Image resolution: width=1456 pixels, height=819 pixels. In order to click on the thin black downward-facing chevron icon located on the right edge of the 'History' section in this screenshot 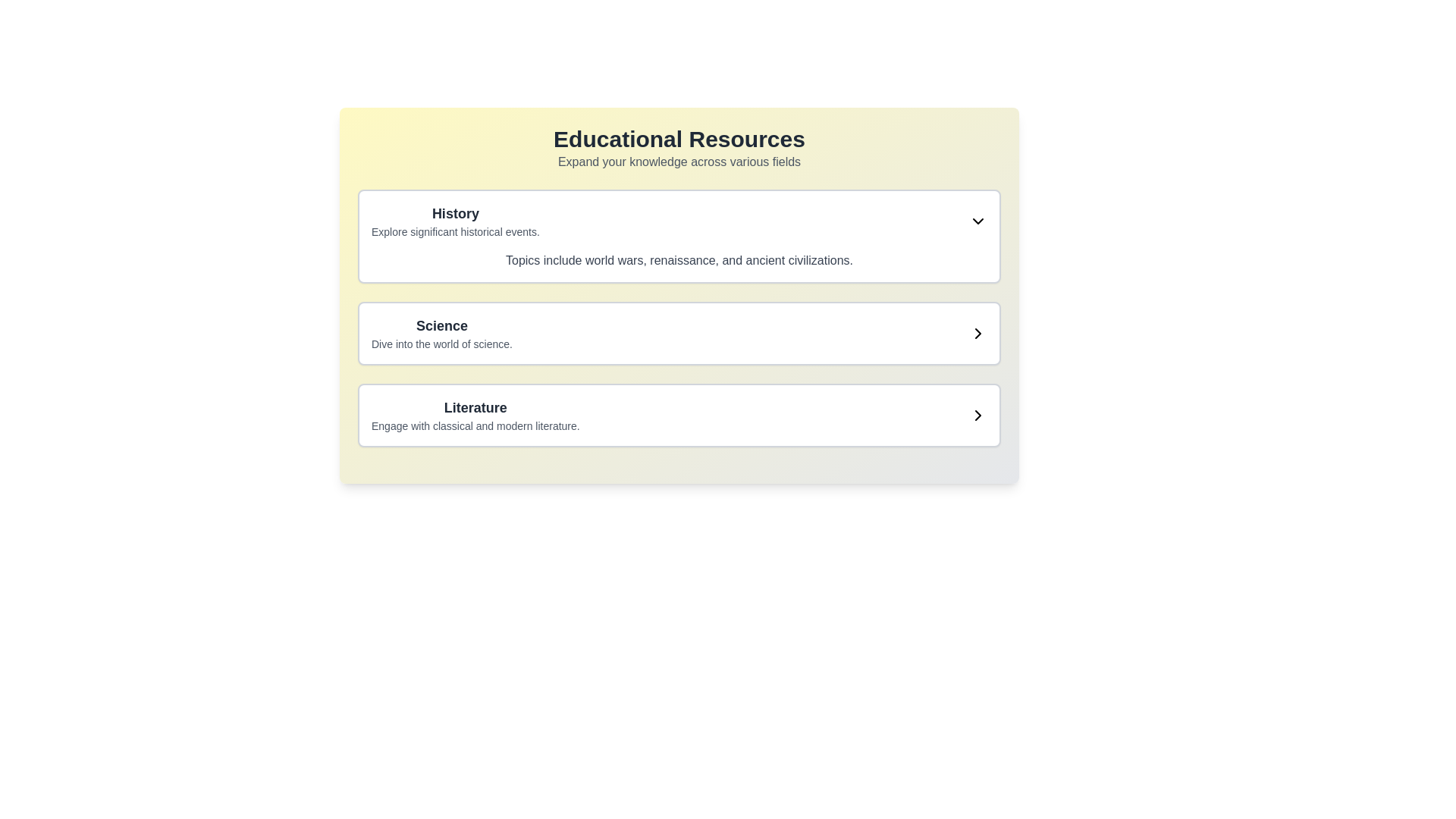, I will do `click(978, 221)`.